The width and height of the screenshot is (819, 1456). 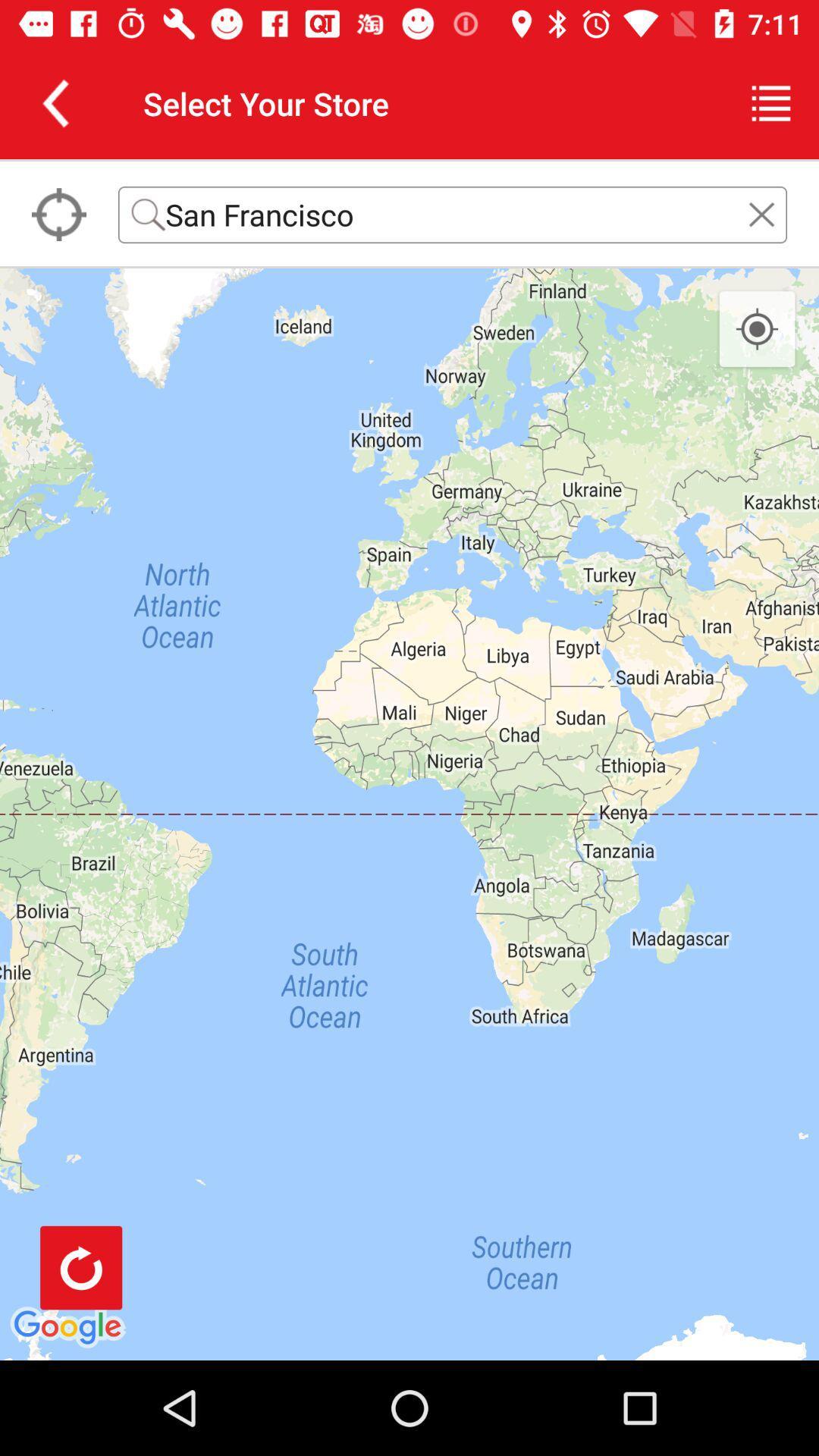 I want to click on the icon at the center, so click(x=409, y=814).